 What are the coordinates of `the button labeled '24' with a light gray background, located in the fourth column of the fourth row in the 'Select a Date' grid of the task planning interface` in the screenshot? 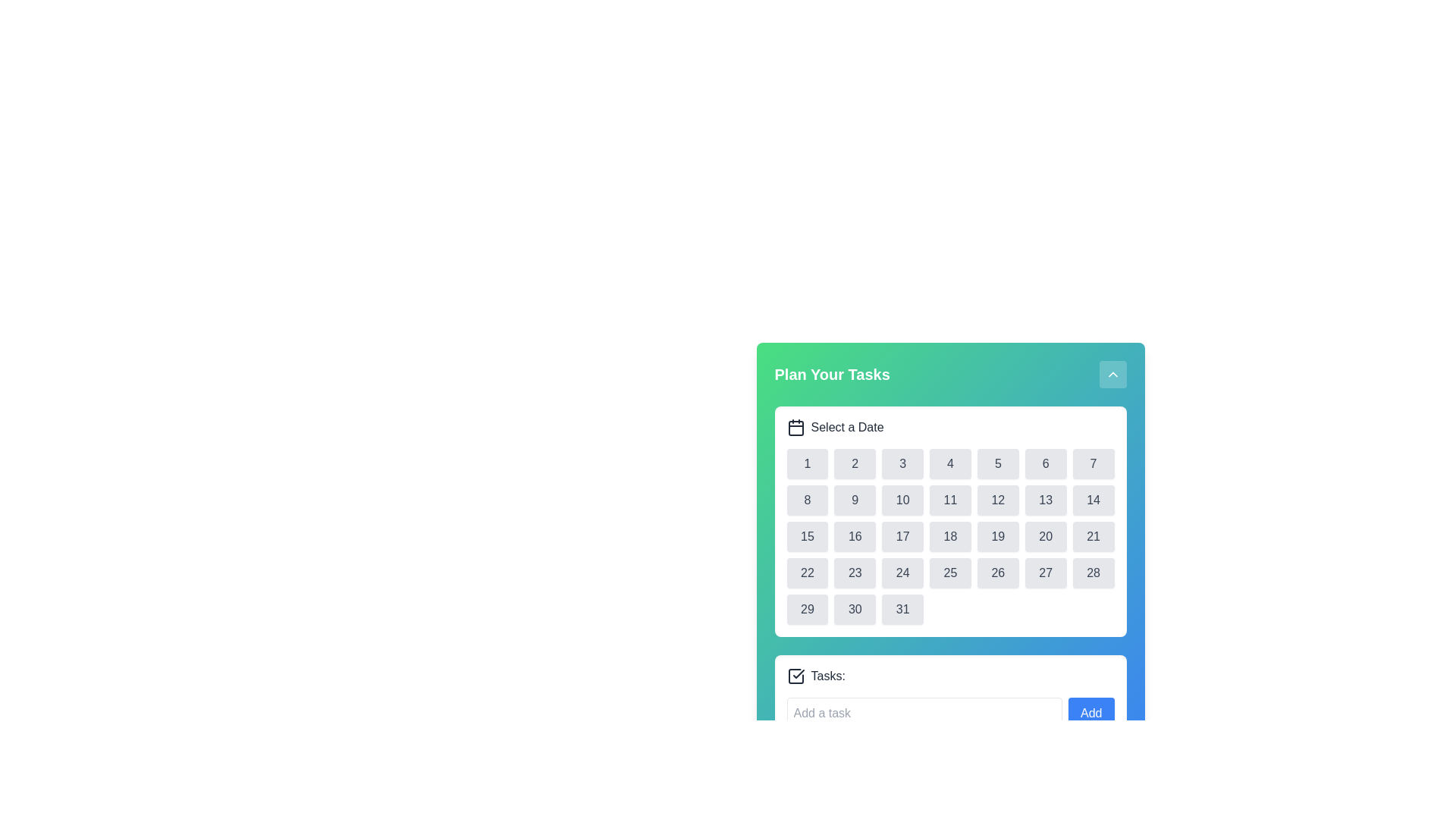 It's located at (902, 573).